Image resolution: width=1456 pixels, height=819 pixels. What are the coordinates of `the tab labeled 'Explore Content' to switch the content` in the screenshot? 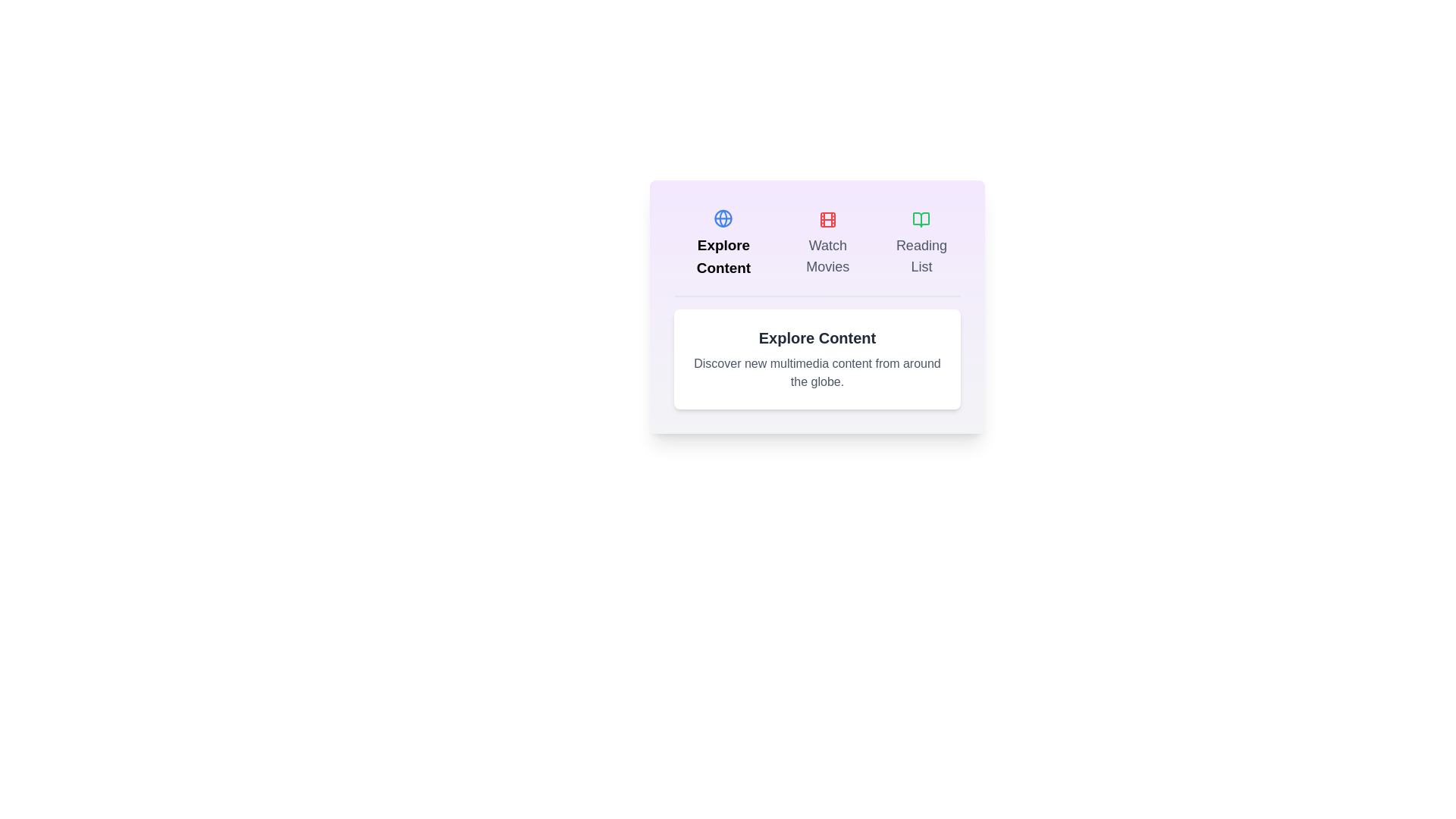 It's located at (723, 243).